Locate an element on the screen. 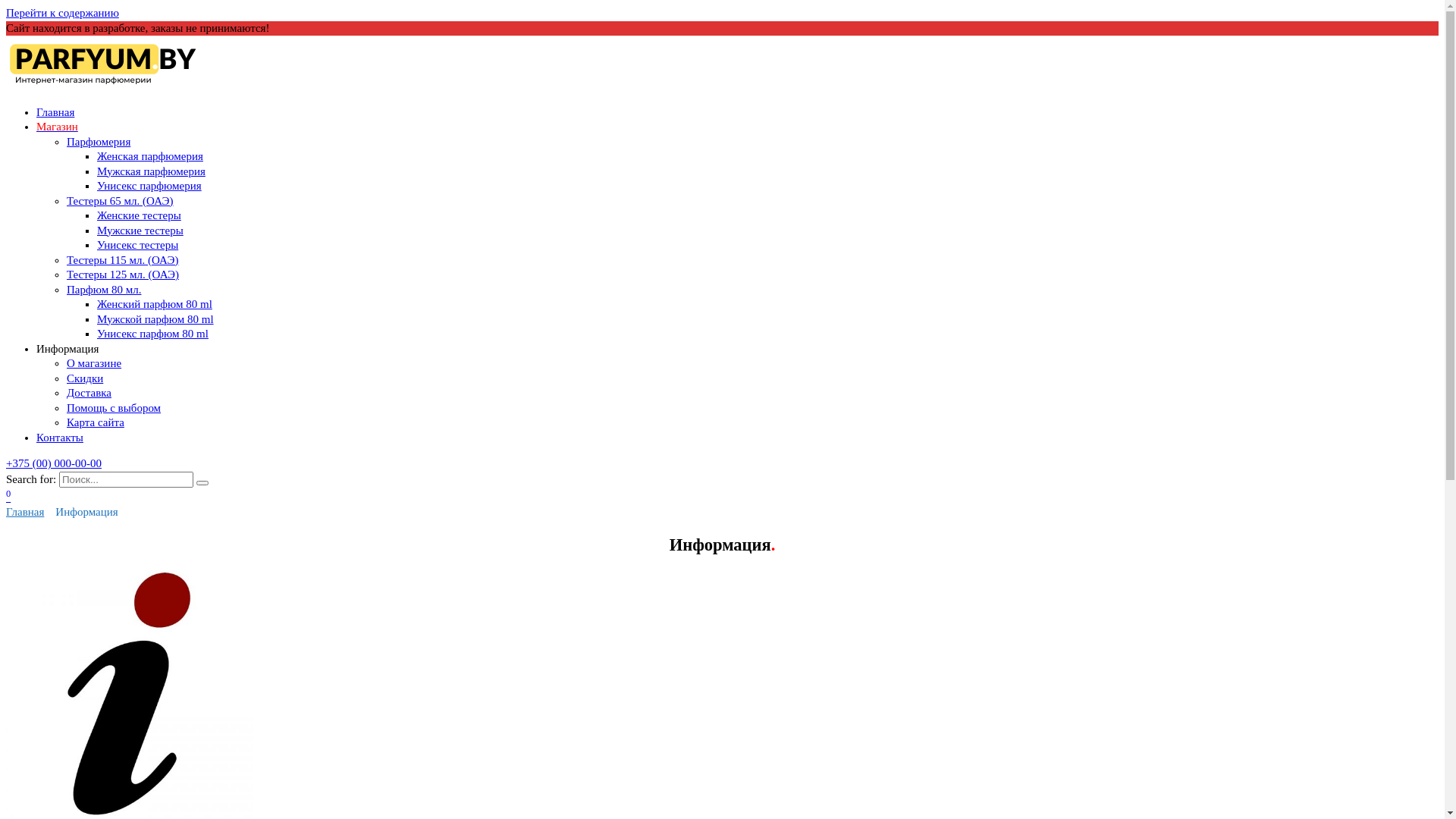  '+375 (00) 000-00-00' is located at coordinates (54, 462).